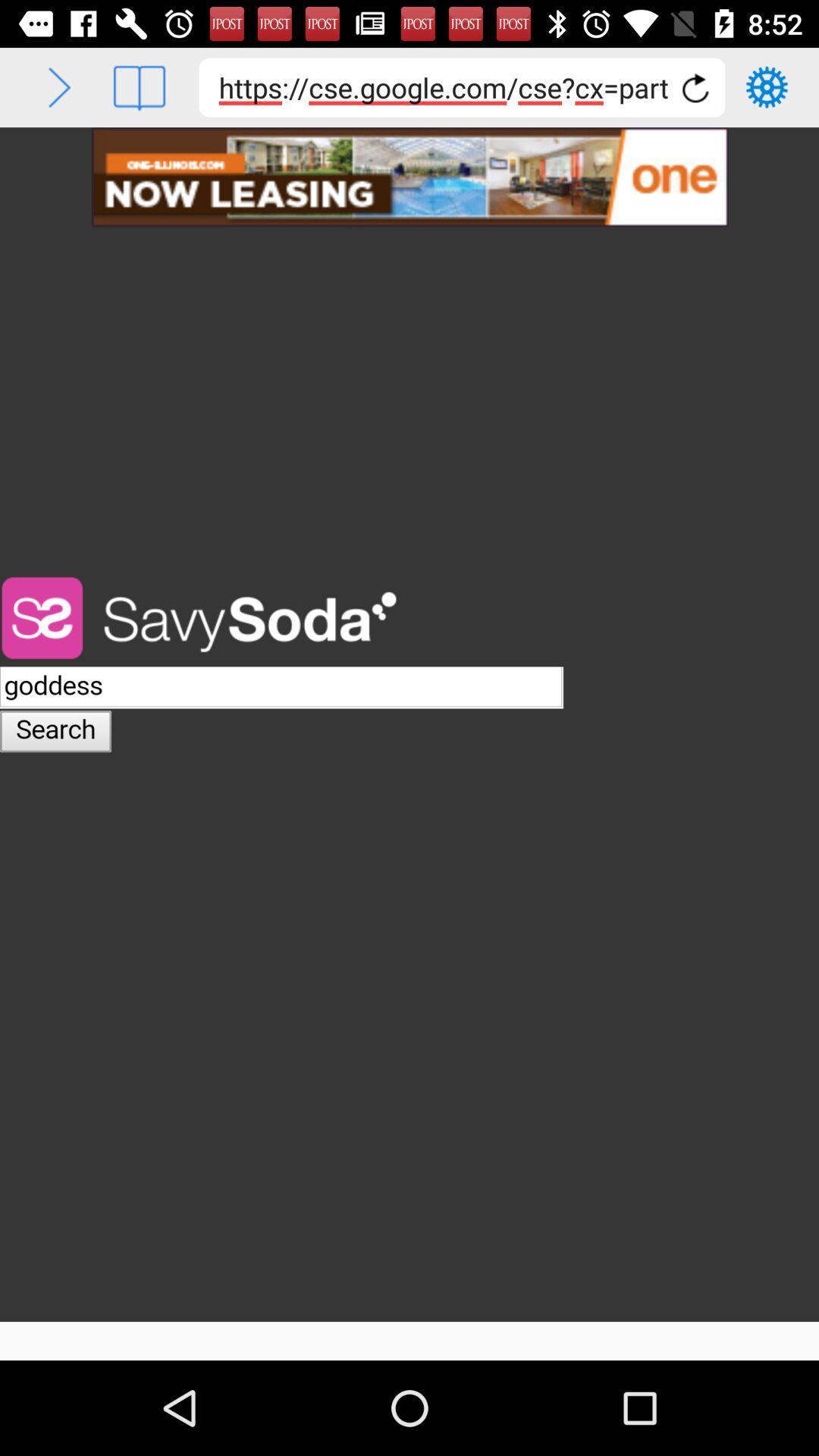 This screenshot has width=819, height=1456. Describe the element at coordinates (767, 86) in the screenshot. I see `settings menu` at that location.